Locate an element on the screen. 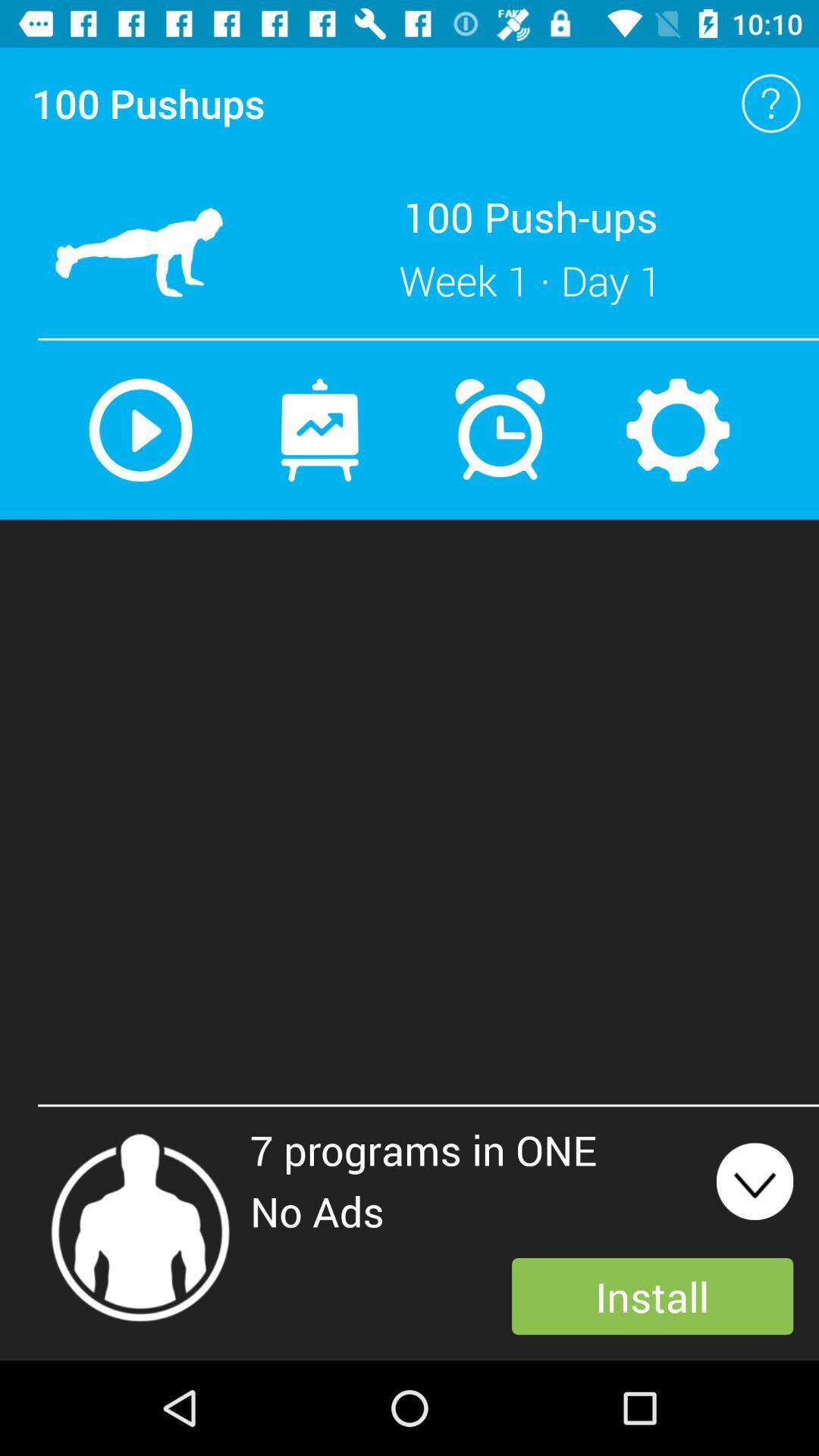 This screenshot has width=819, height=1456. the expand_more icon is located at coordinates (755, 1181).